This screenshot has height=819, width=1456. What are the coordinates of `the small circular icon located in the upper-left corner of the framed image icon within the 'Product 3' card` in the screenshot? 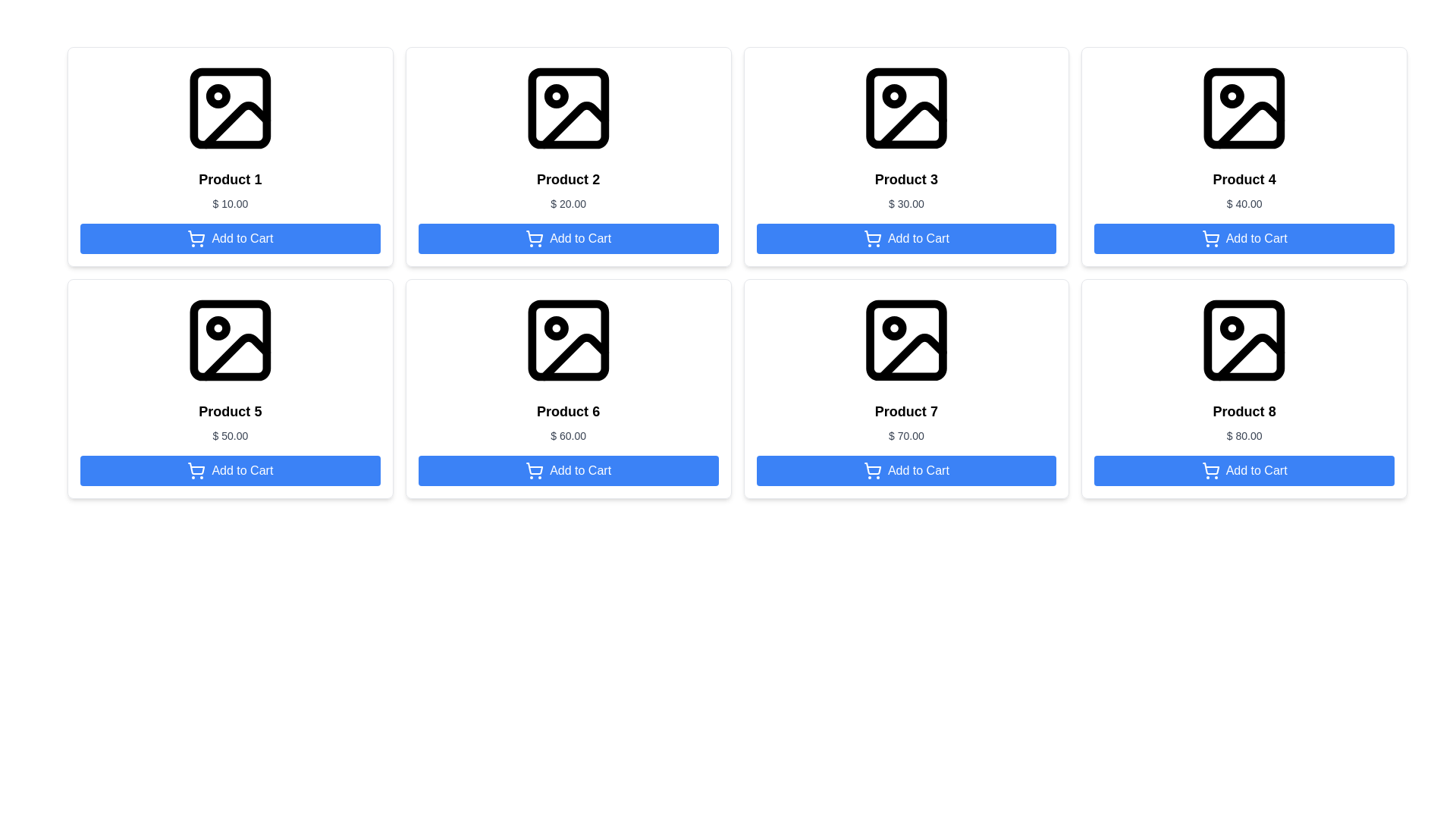 It's located at (894, 96).